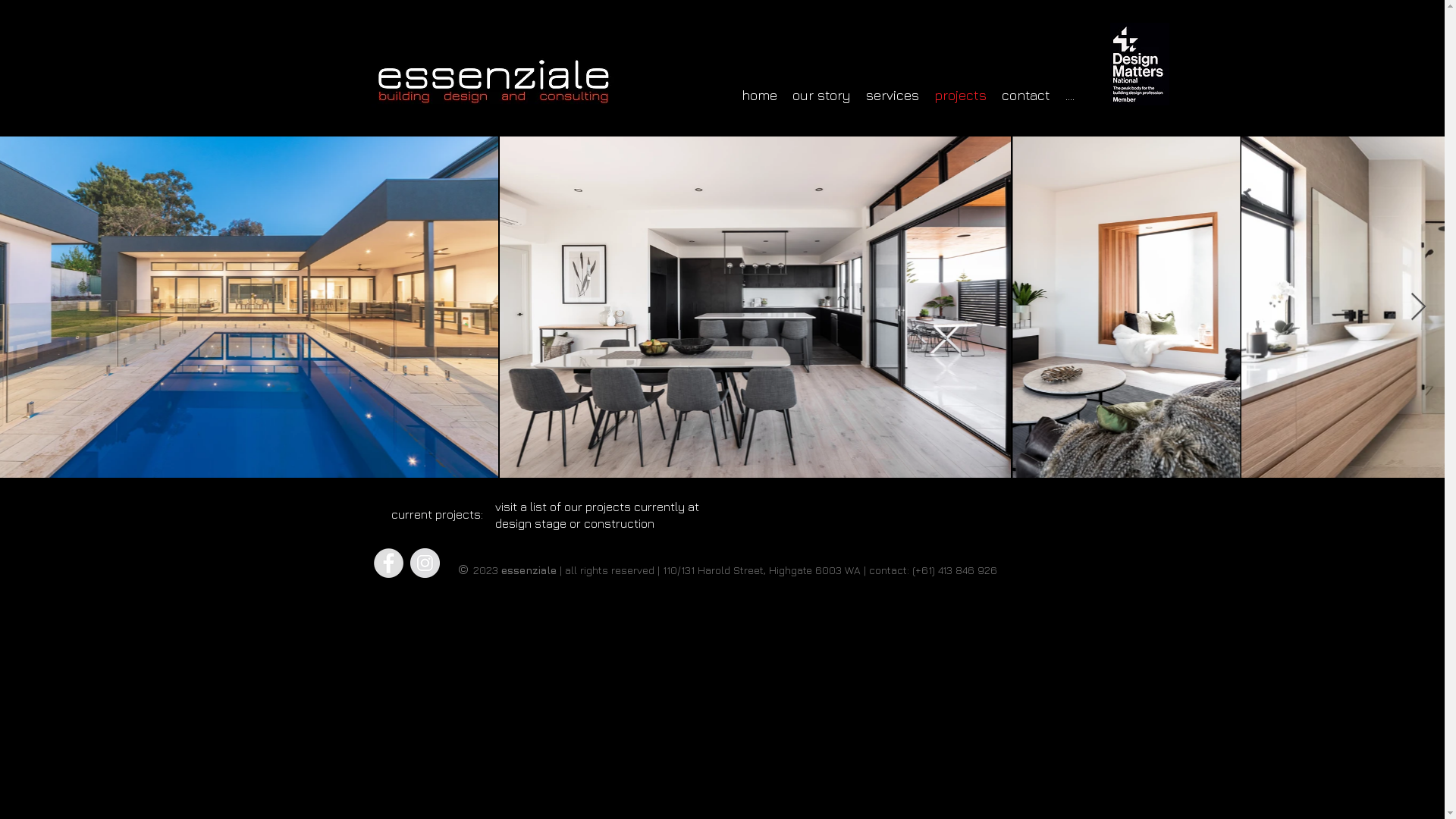 The width and height of the screenshot is (1456, 819). What do you see at coordinates (959, 96) in the screenshot?
I see `'projects'` at bounding box center [959, 96].